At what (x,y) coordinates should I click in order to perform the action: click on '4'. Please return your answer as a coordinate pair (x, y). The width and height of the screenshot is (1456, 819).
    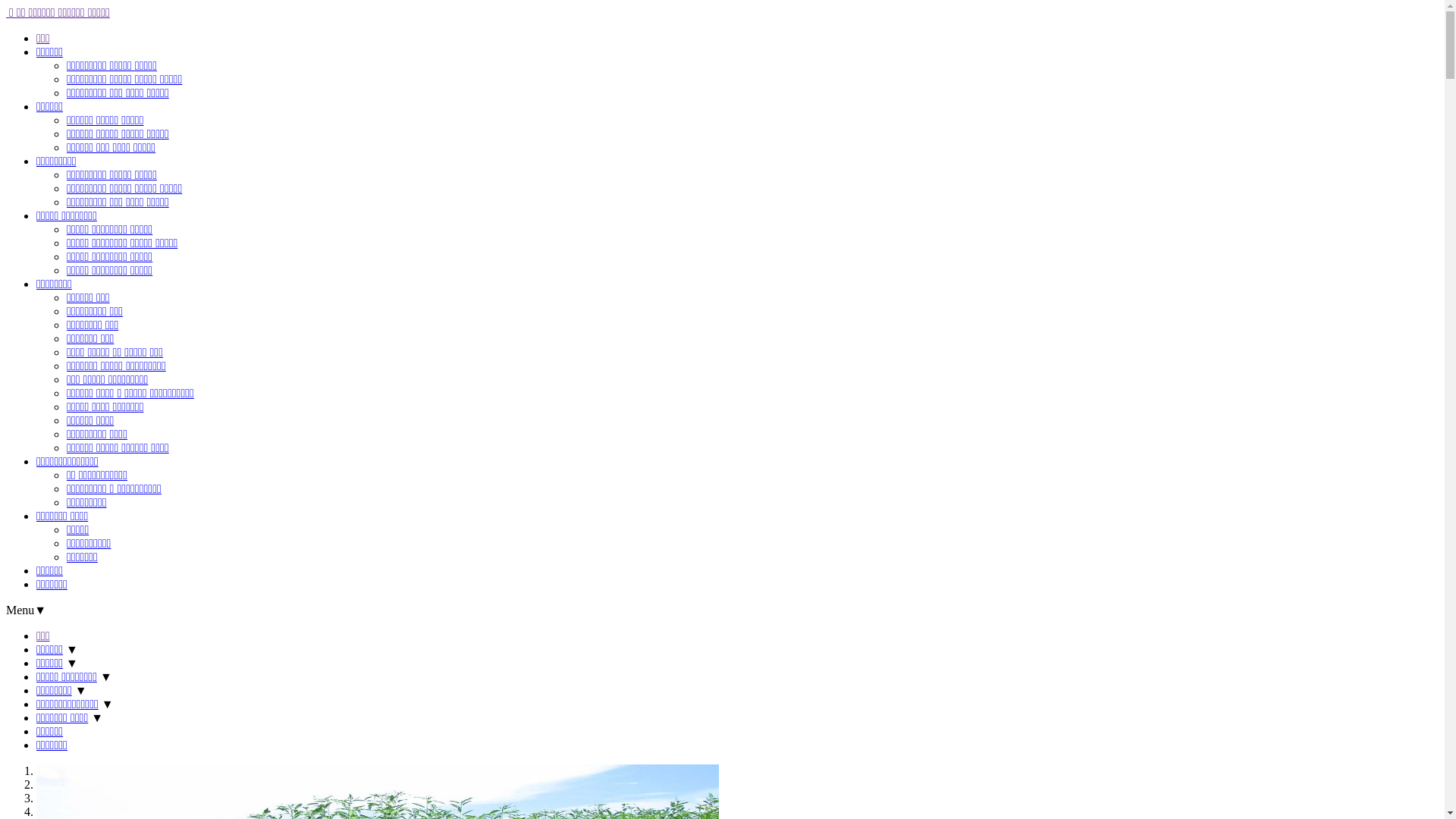
    Looking at the image, I should click on (39, 811).